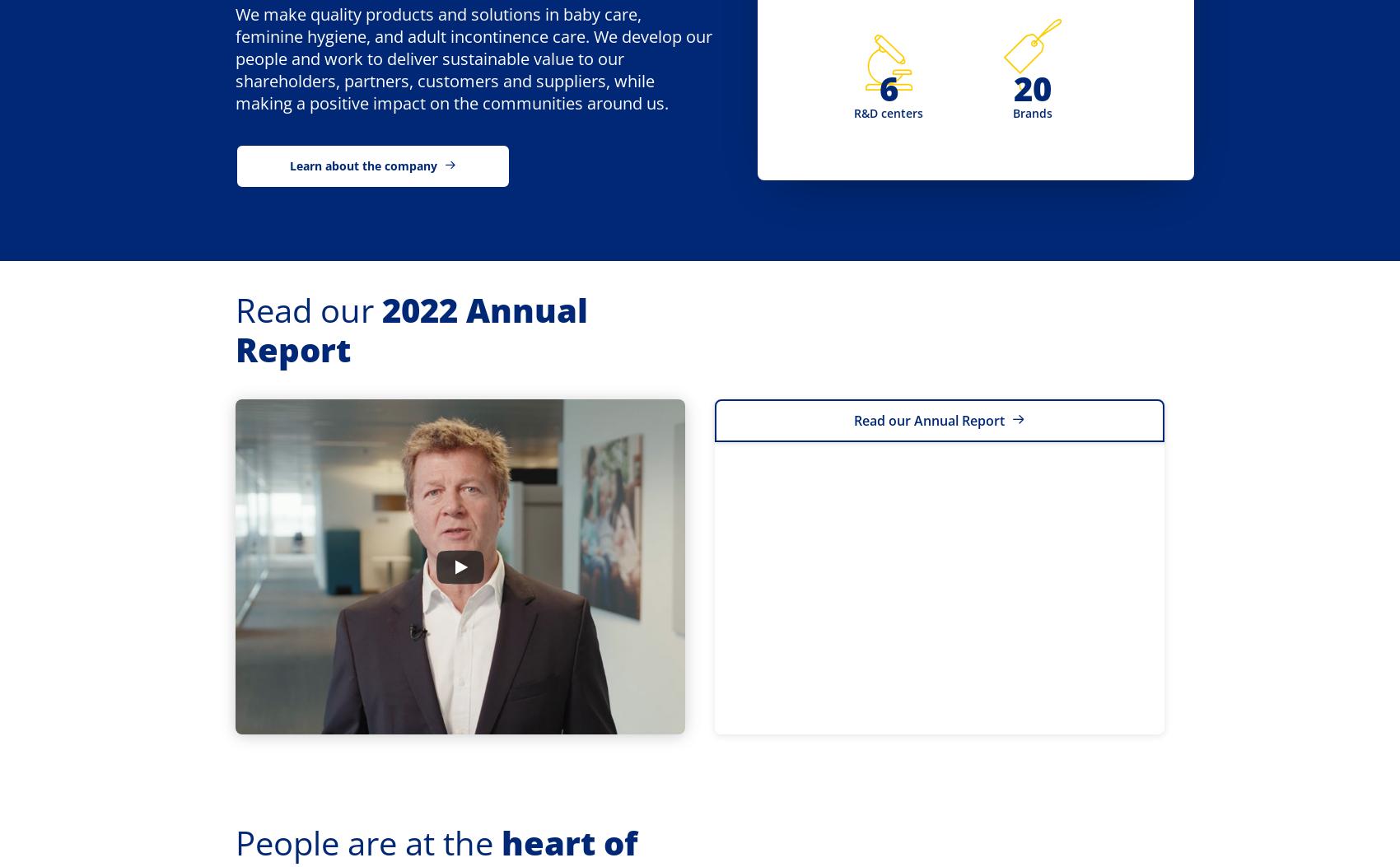  What do you see at coordinates (570, 841) in the screenshot?
I see `'heart of'` at bounding box center [570, 841].